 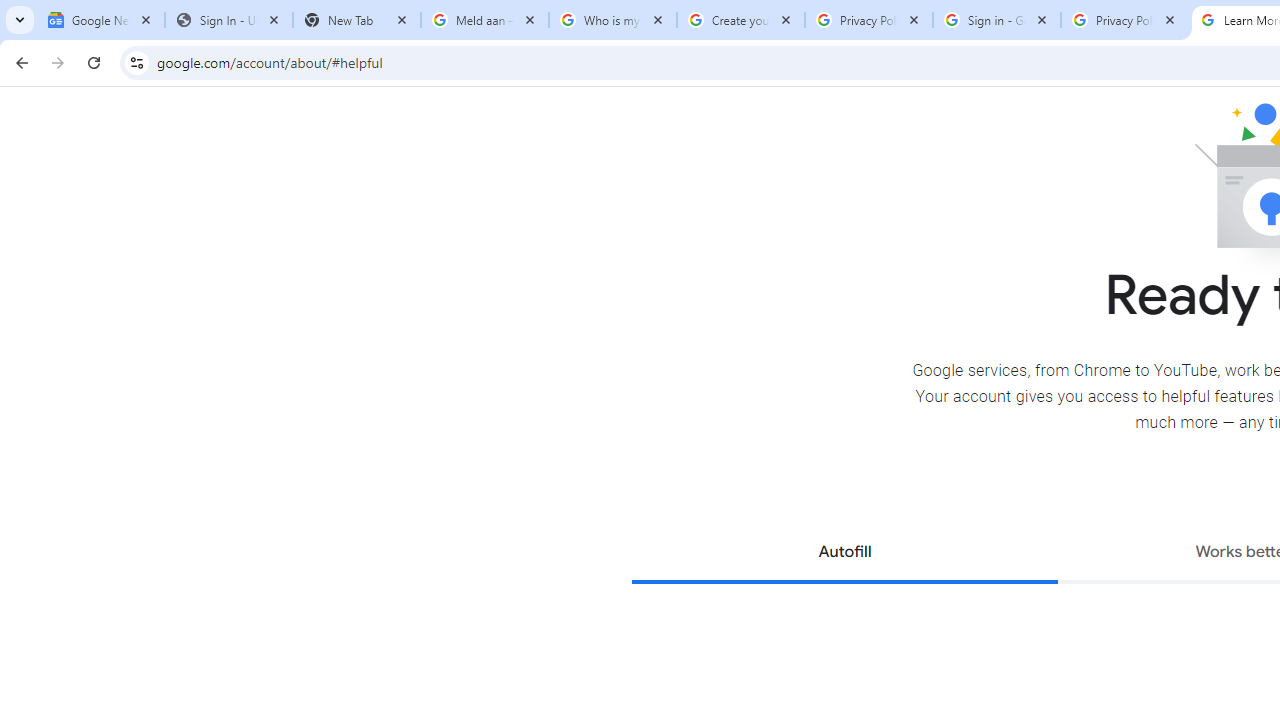 What do you see at coordinates (997, 20) in the screenshot?
I see `'Sign in - Google Accounts'` at bounding box center [997, 20].